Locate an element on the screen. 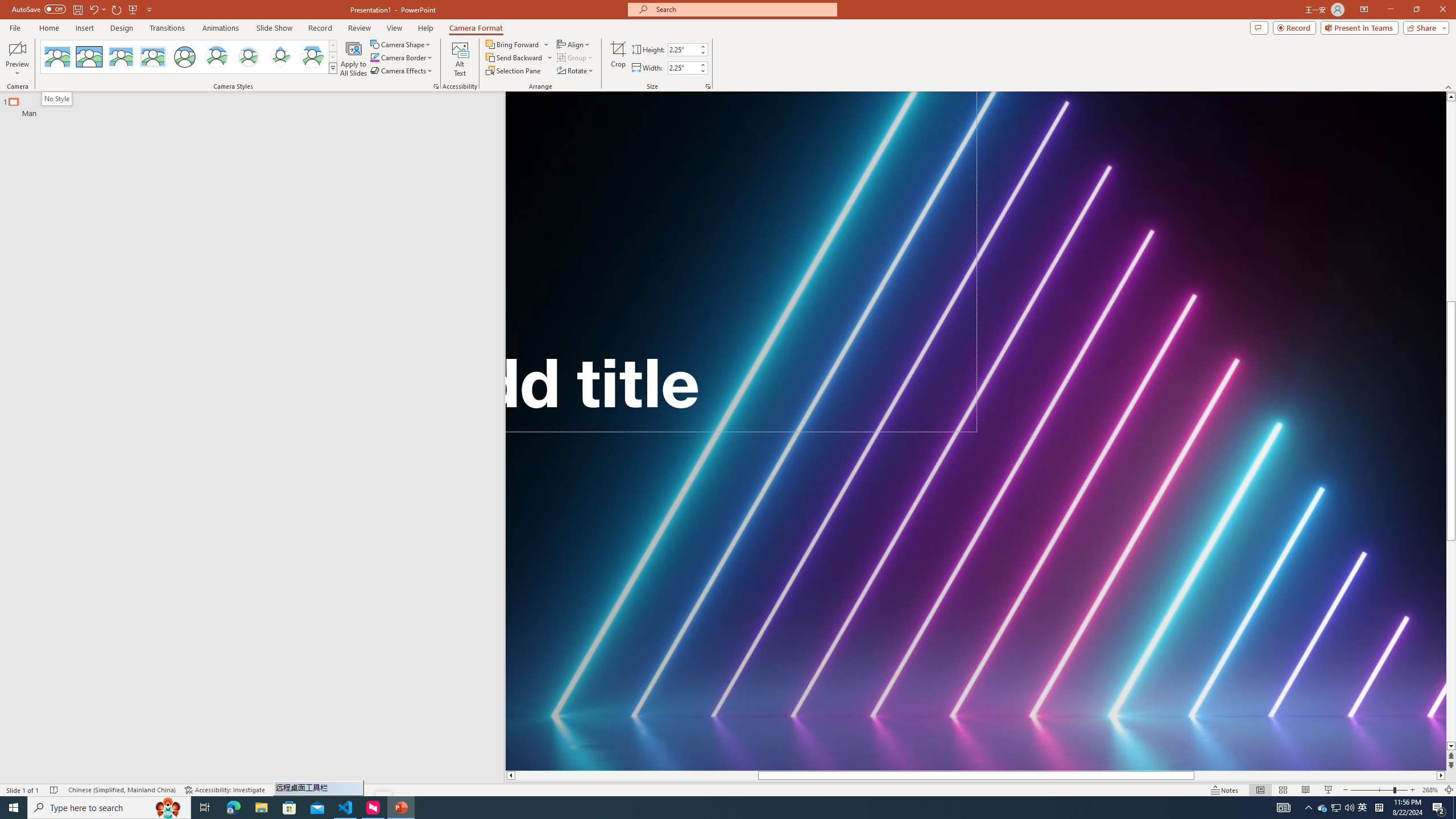 The height and width of the screenshot is (819, 1456). 'Simple Frame Circle' is located at coordinates (185, 56).